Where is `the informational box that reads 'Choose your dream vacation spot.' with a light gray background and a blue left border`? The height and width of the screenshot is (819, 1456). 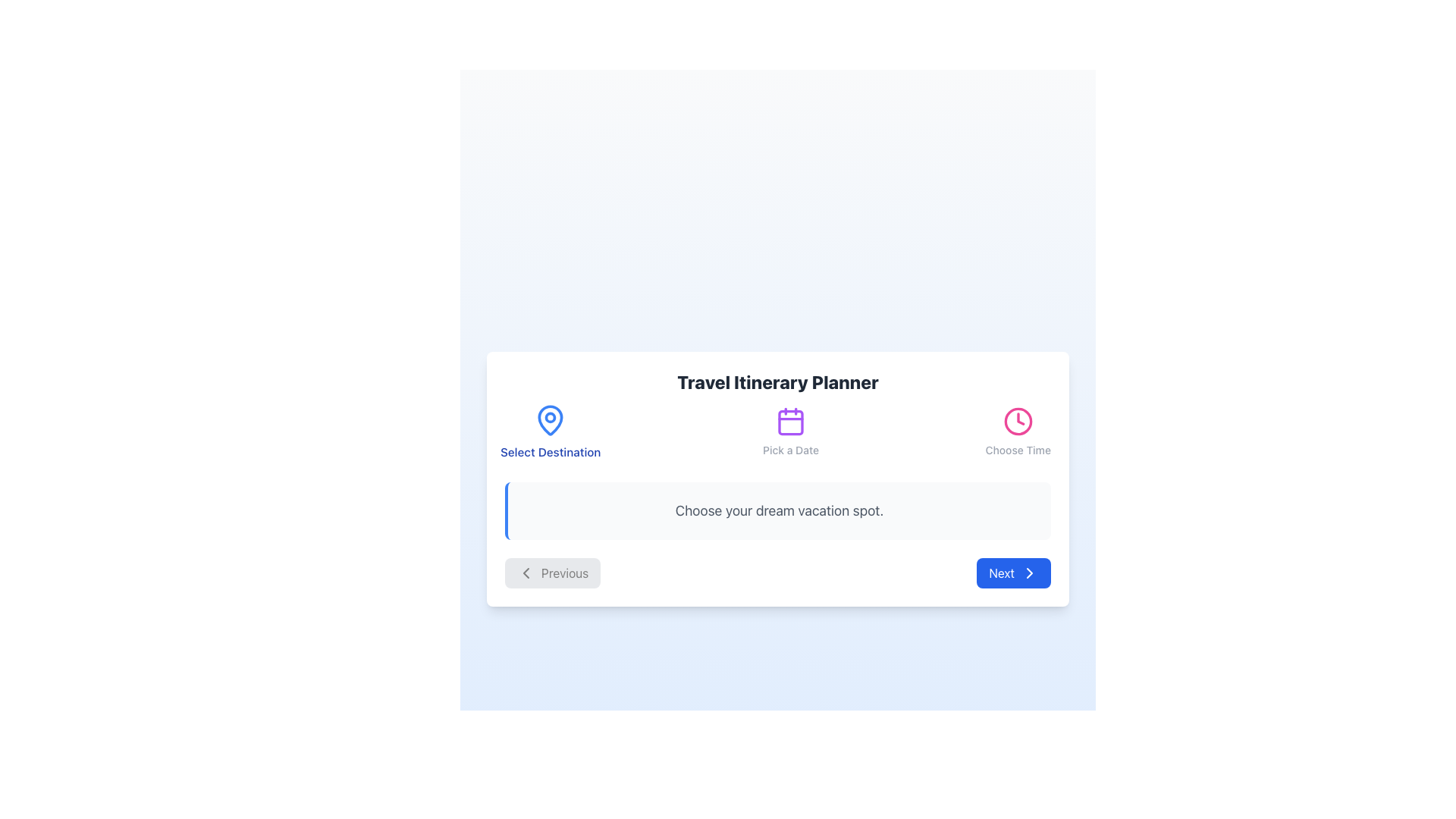
the informational box that reads 'Choose your dream vacation spot.' with a light gray background and a blue left border is located at coordinates (778, 511).